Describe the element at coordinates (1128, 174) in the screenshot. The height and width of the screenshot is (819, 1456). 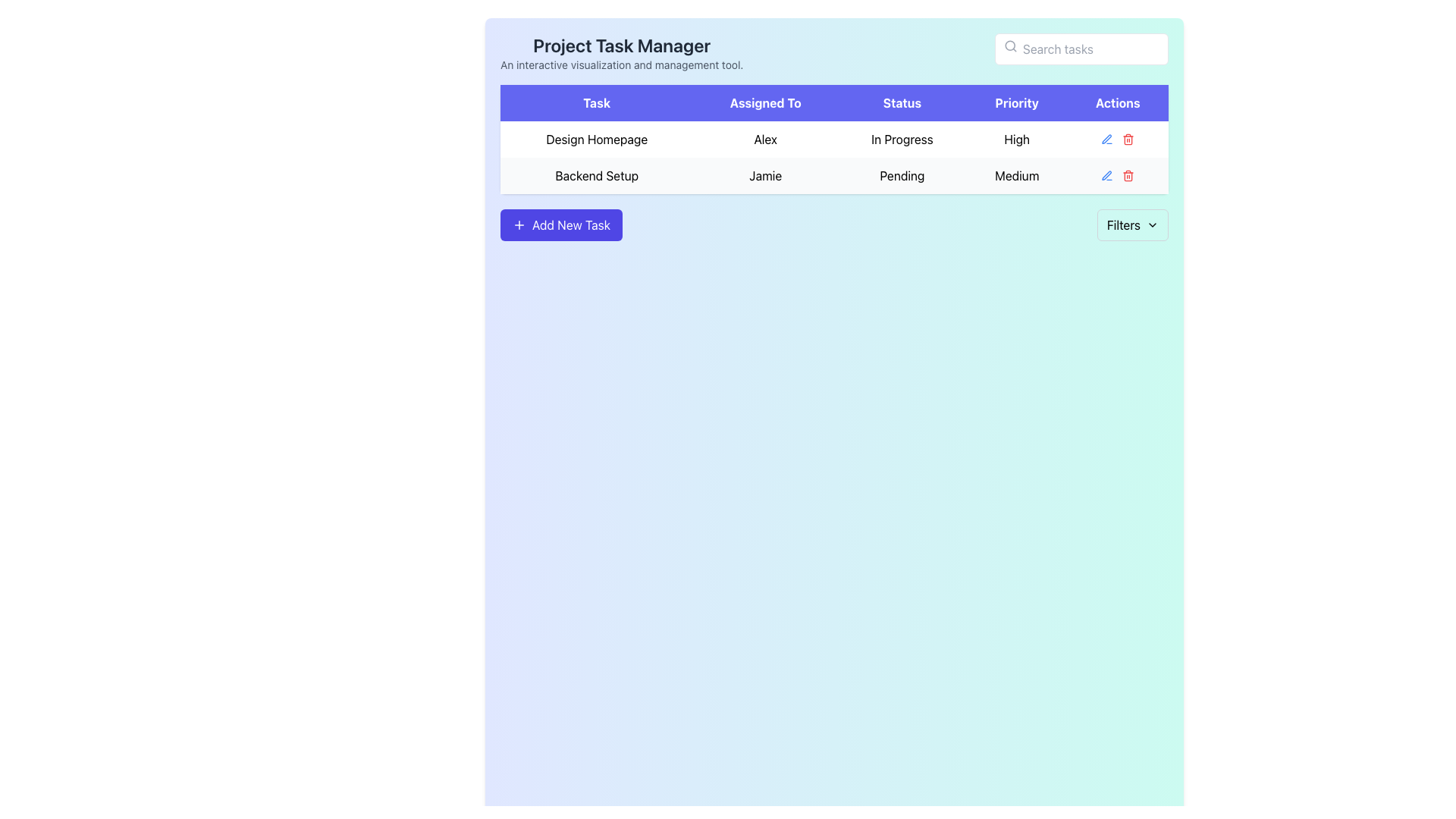
I see `the red trash can icon button in the Actions column of the second row of the task management table` at that location.